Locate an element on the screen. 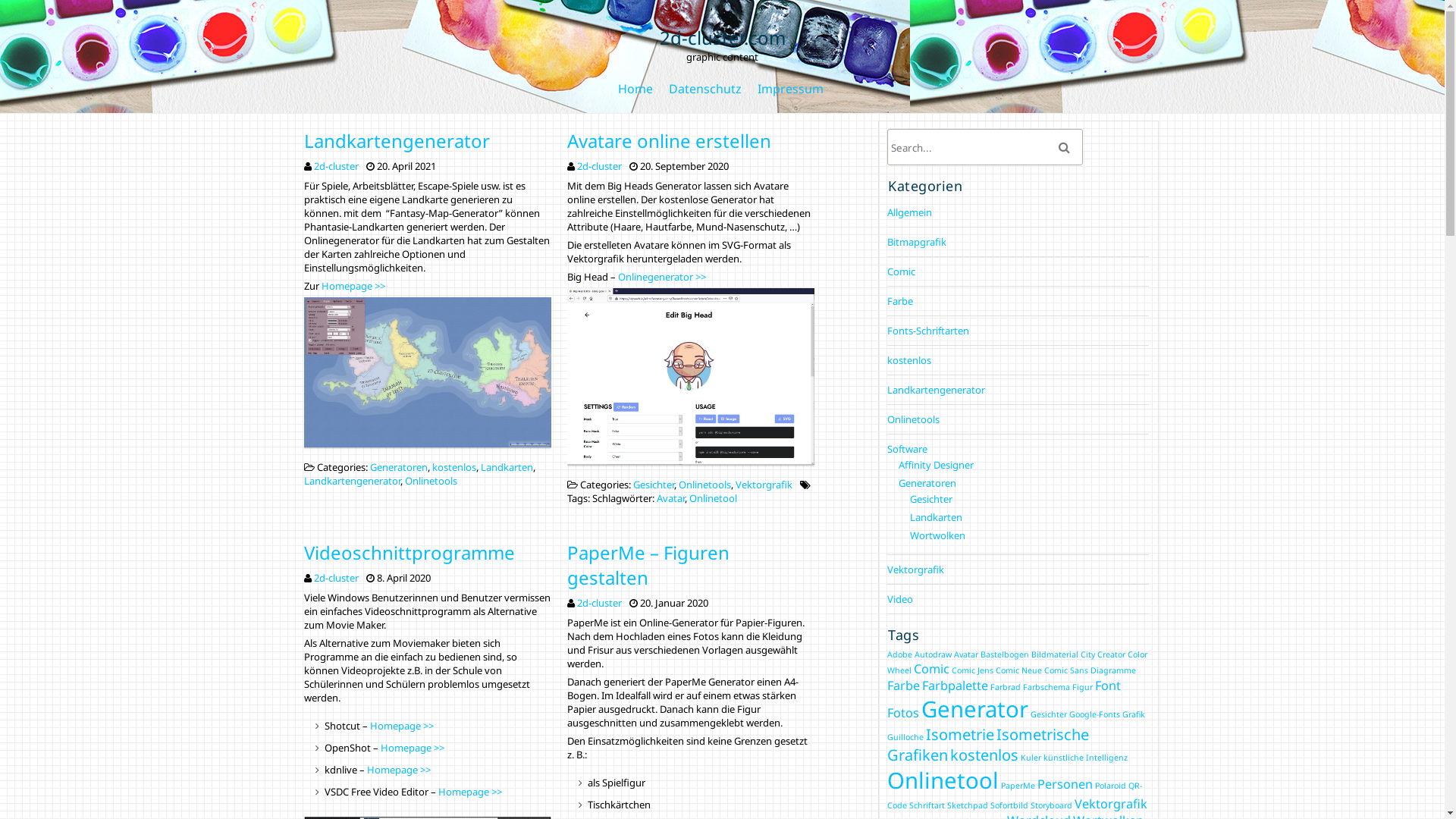 The width and height of the screenshot is (1456, 819). 'Fonts-Schriftarten' is located at coordinates (927, 329).